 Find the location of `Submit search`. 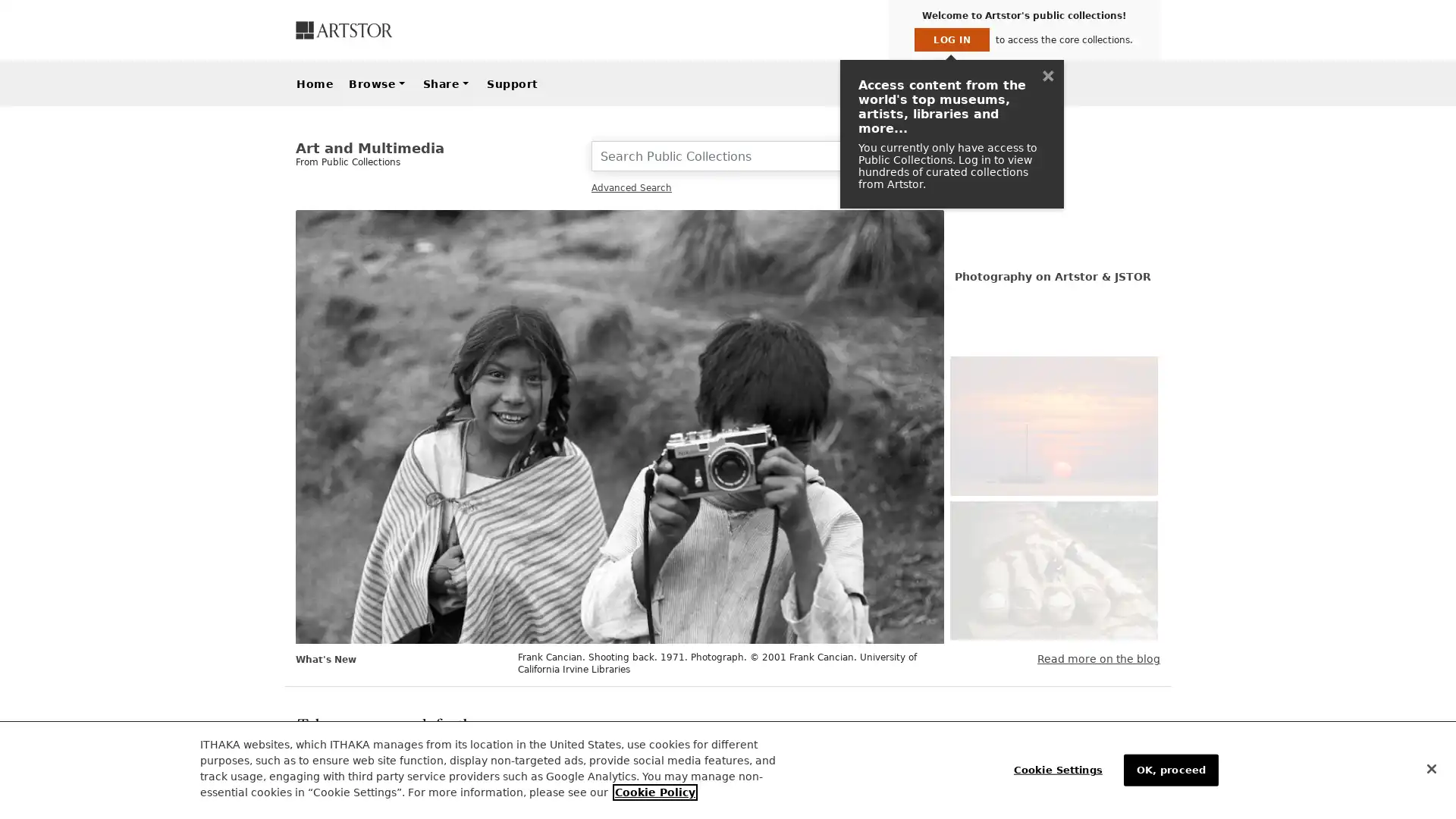

Submit search is located at coordinates (924, 155).